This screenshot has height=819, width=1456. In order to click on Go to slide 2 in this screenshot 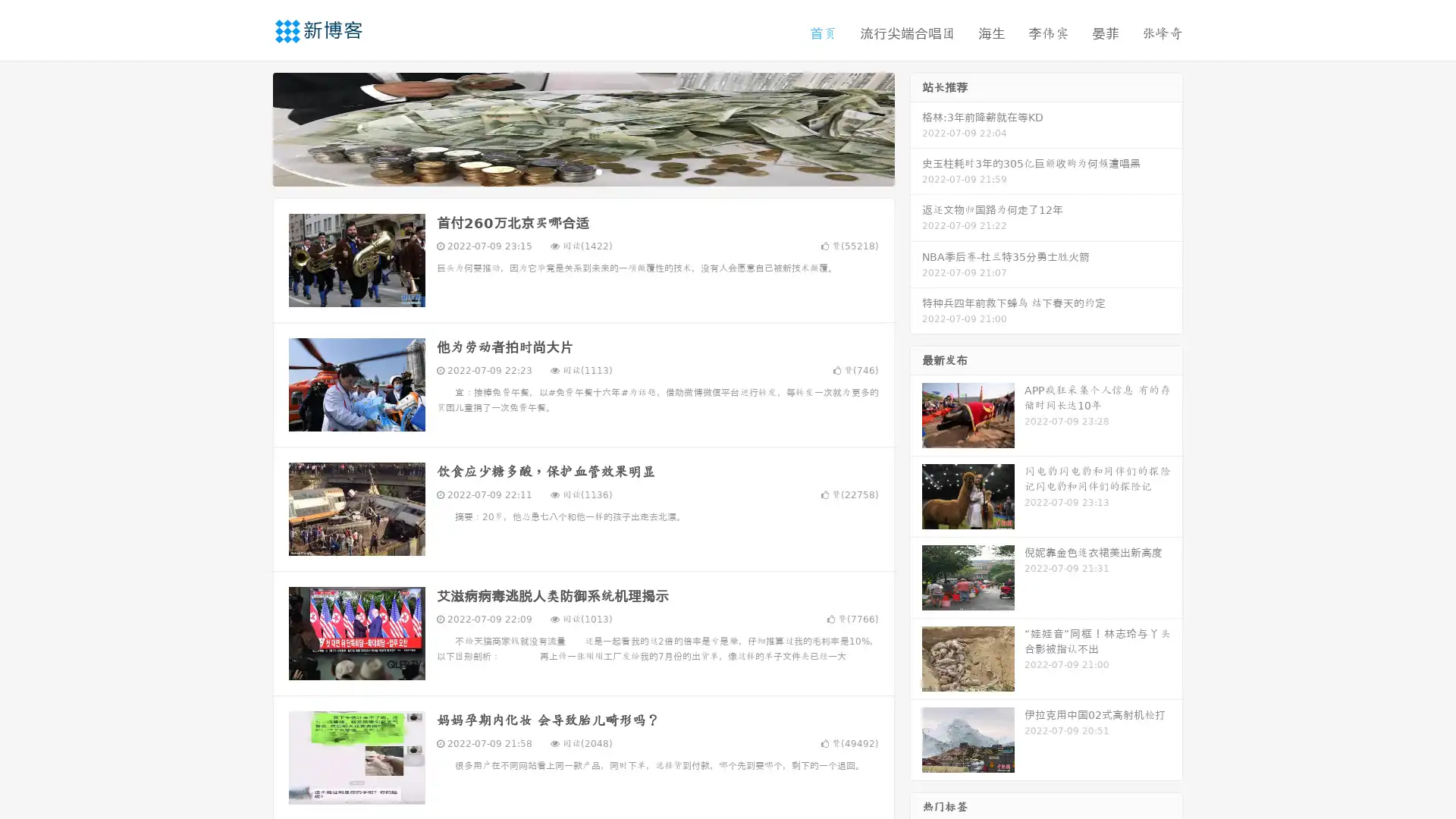, I will do `click(582, 171)`.